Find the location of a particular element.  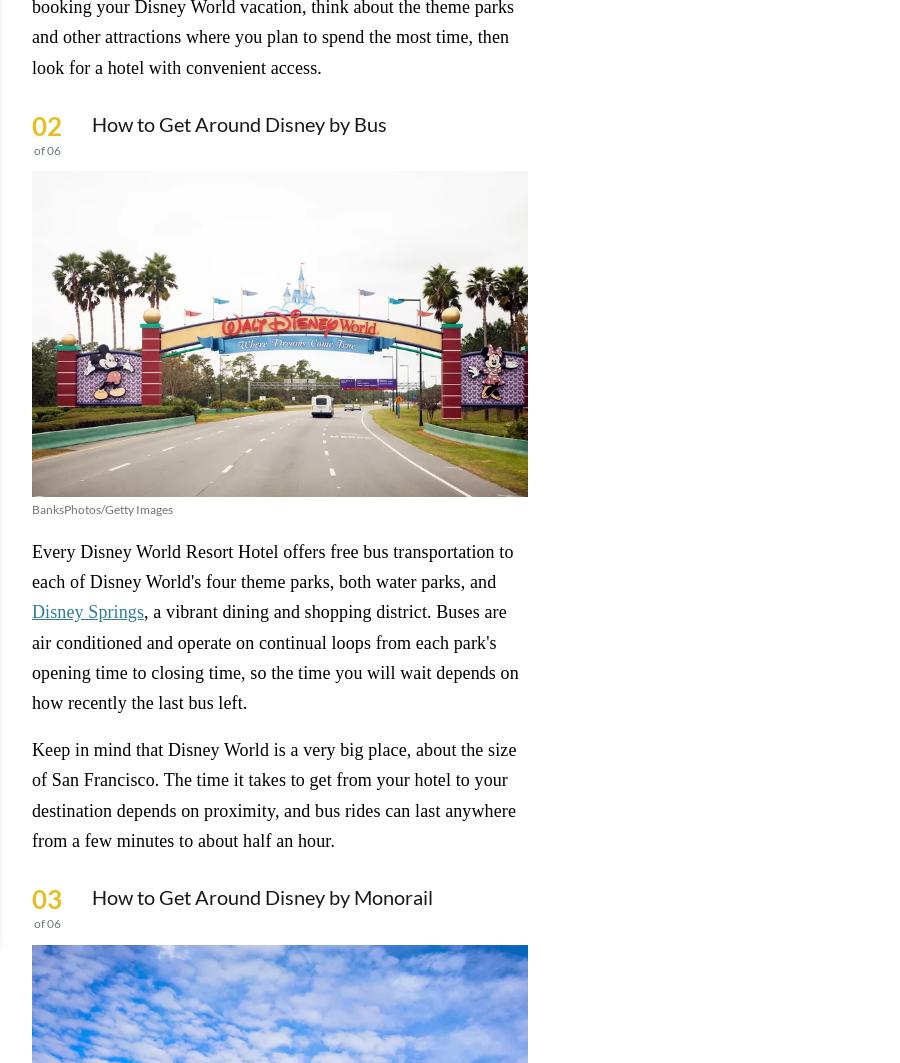

'How to Get Around Disney by Bus' is located at coordinates (238, 124).